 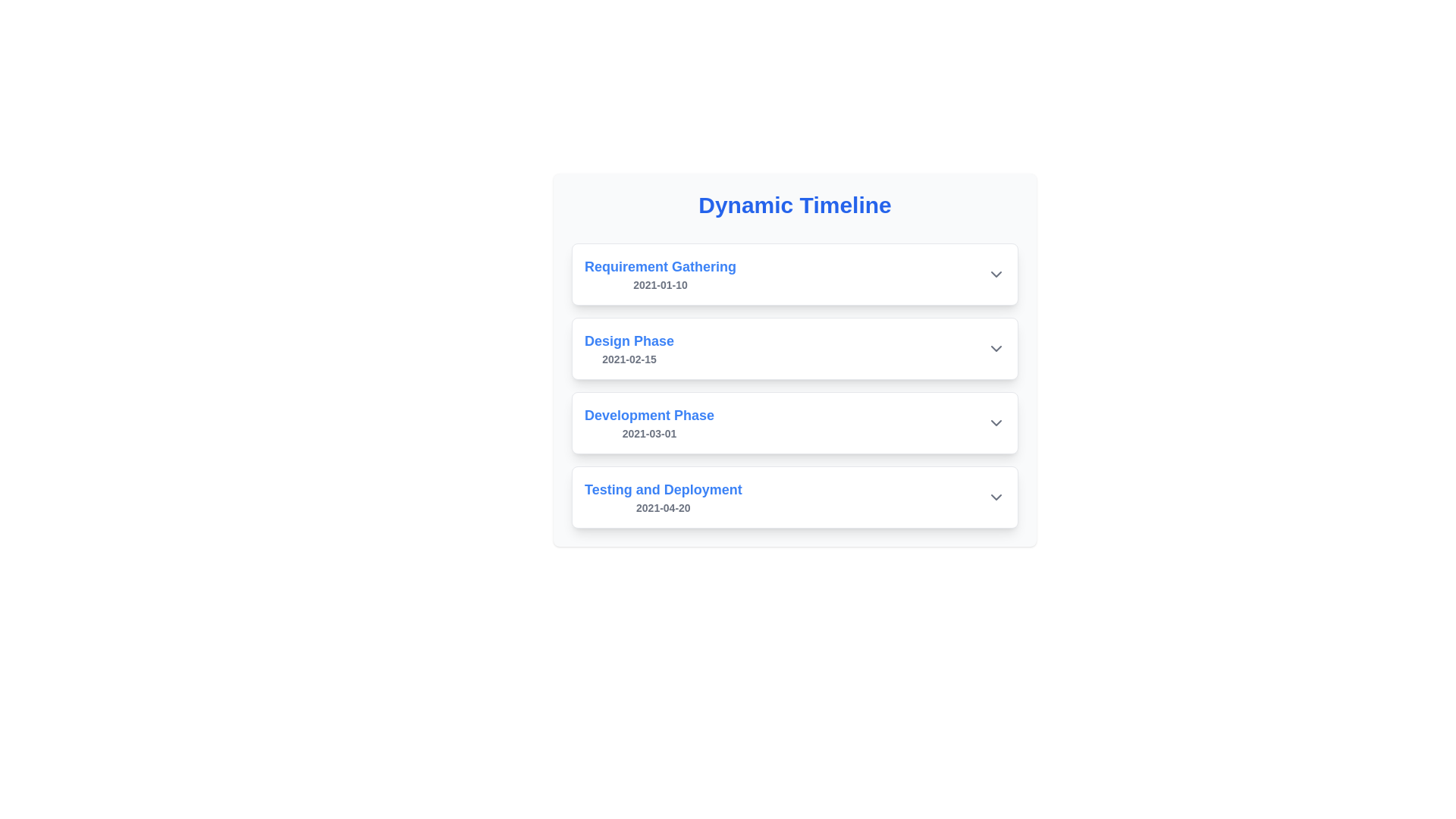 I want to click on the 'Requirement Gathering' informative label in the 'Dynamic Timeline' section, which displays the date '2021-01-10', so click(x=661, y=275).